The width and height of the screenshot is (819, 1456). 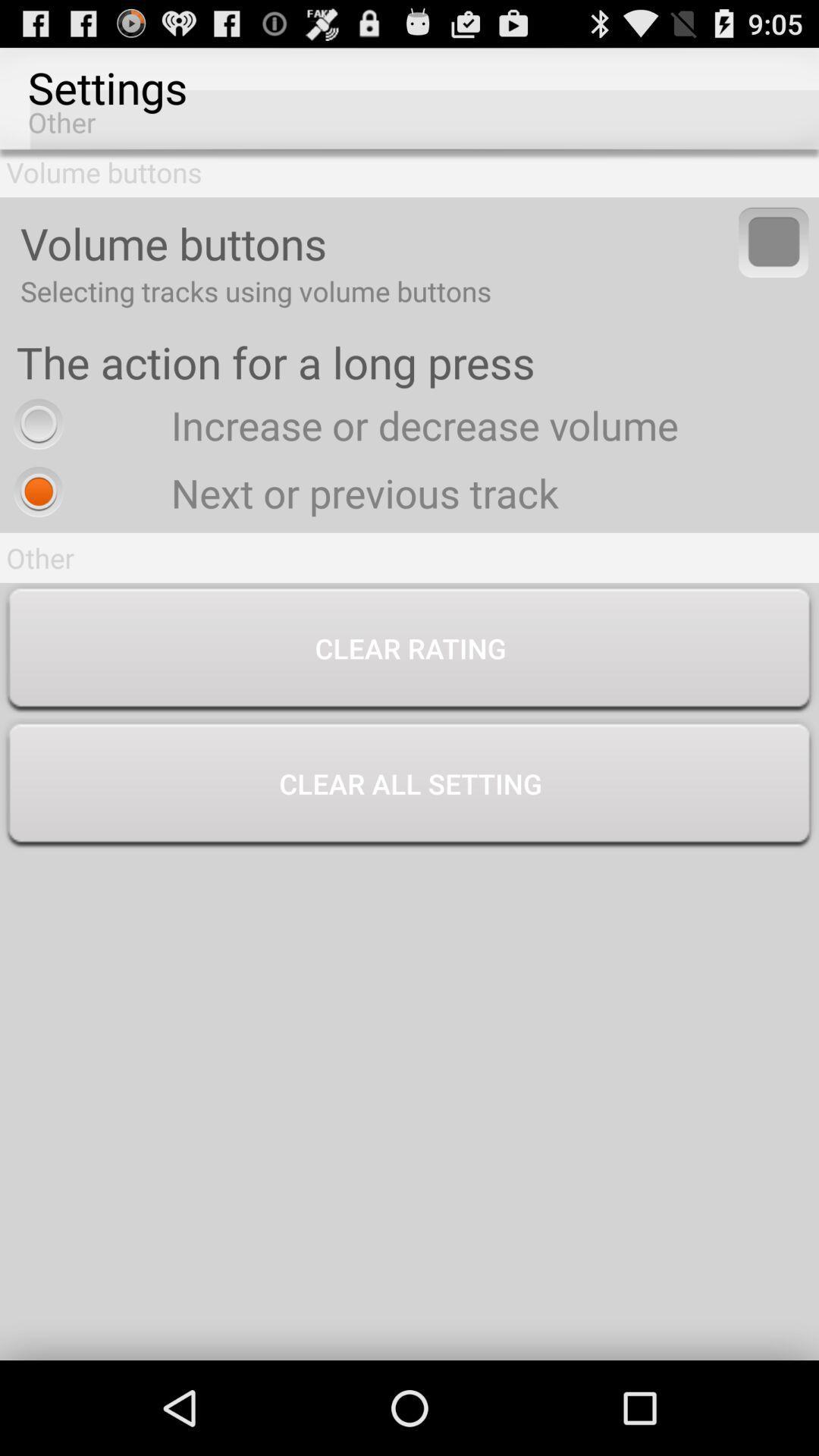 I want to click on the increase or decrease item, so click(x=342, y=425).